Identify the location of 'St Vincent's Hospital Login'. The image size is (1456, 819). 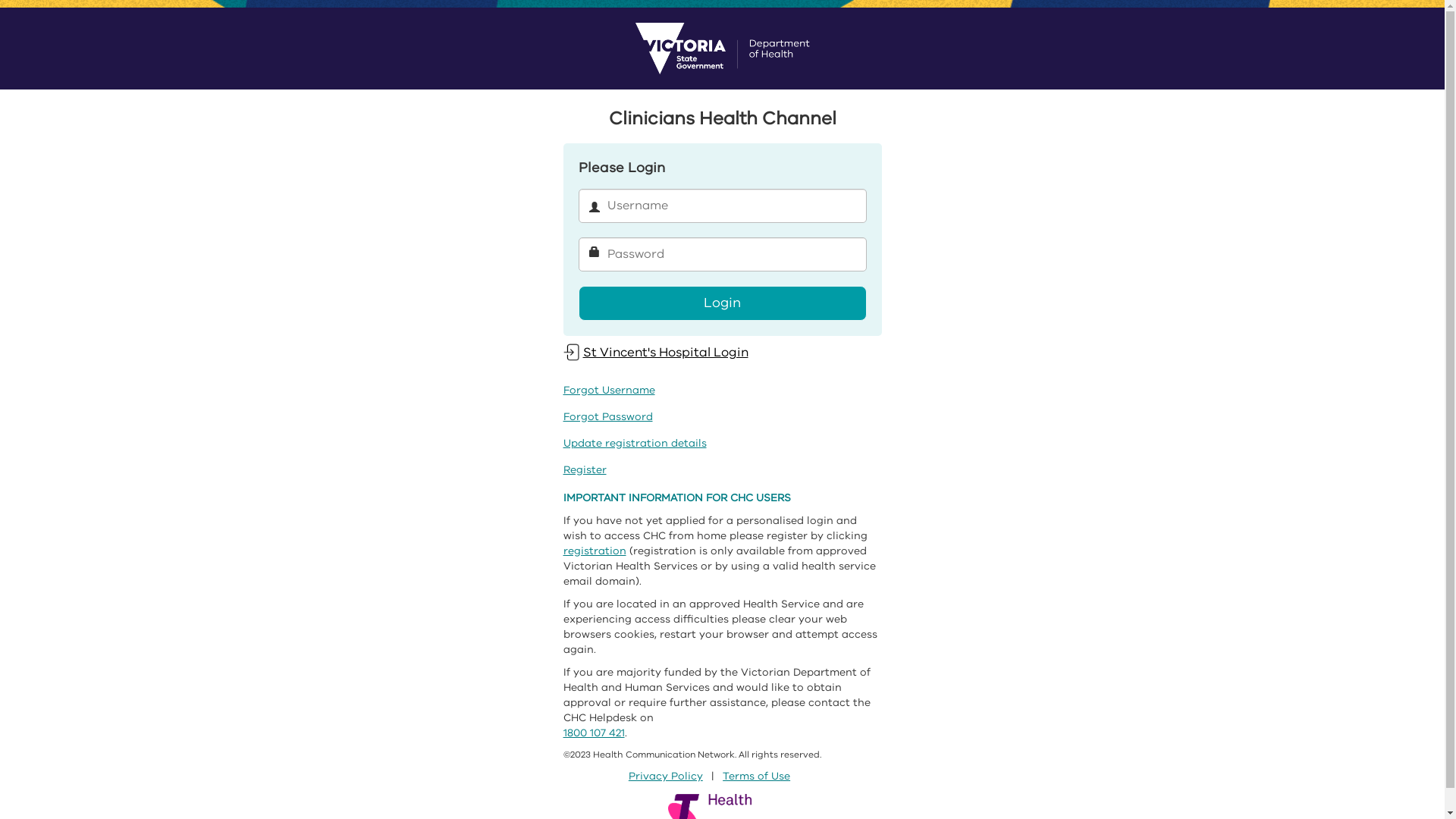
(655, 352).